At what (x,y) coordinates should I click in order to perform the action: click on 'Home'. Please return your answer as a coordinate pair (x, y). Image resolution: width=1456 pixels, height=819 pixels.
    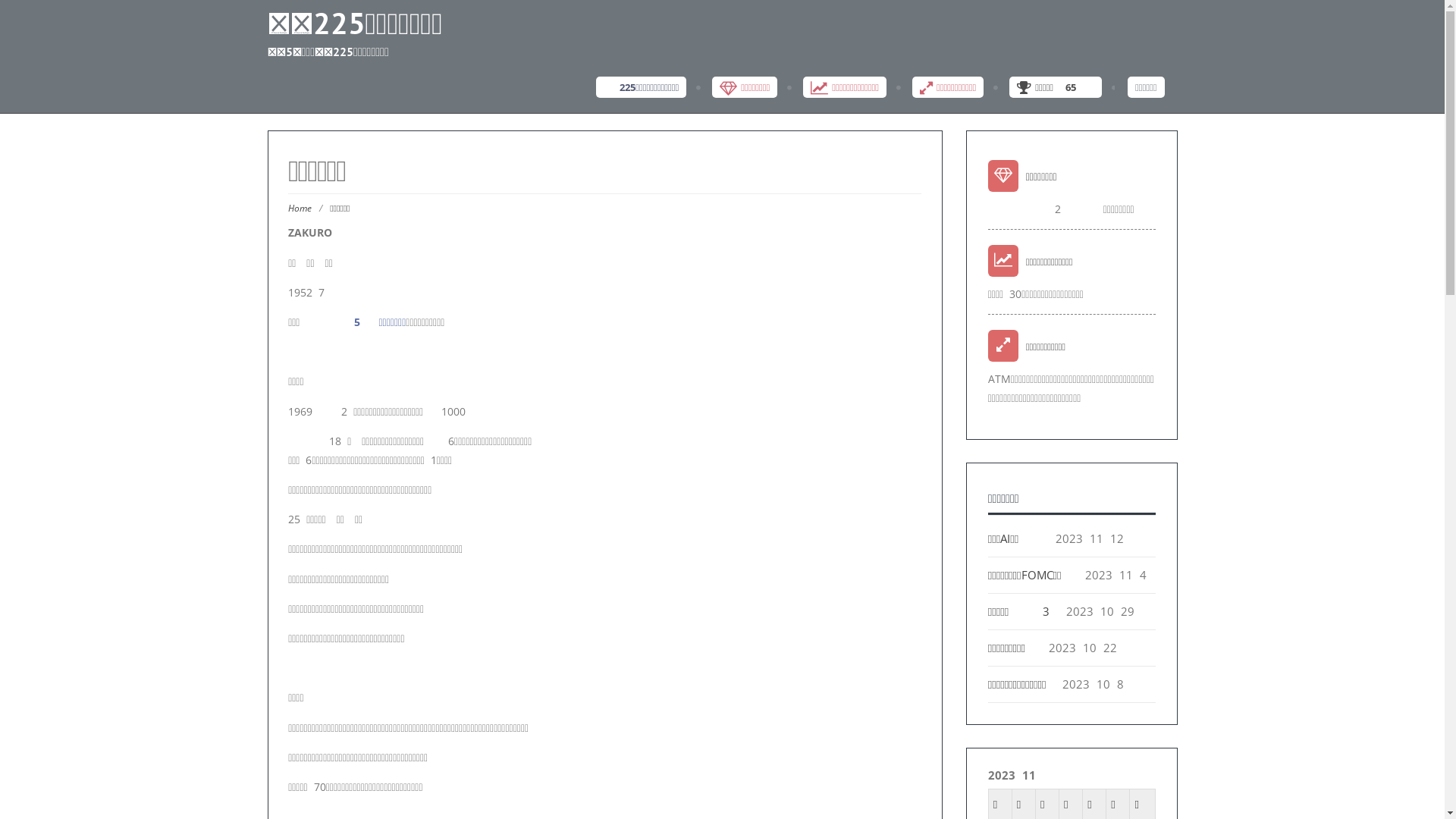
    Looking at the image, I should click on (300, 208).